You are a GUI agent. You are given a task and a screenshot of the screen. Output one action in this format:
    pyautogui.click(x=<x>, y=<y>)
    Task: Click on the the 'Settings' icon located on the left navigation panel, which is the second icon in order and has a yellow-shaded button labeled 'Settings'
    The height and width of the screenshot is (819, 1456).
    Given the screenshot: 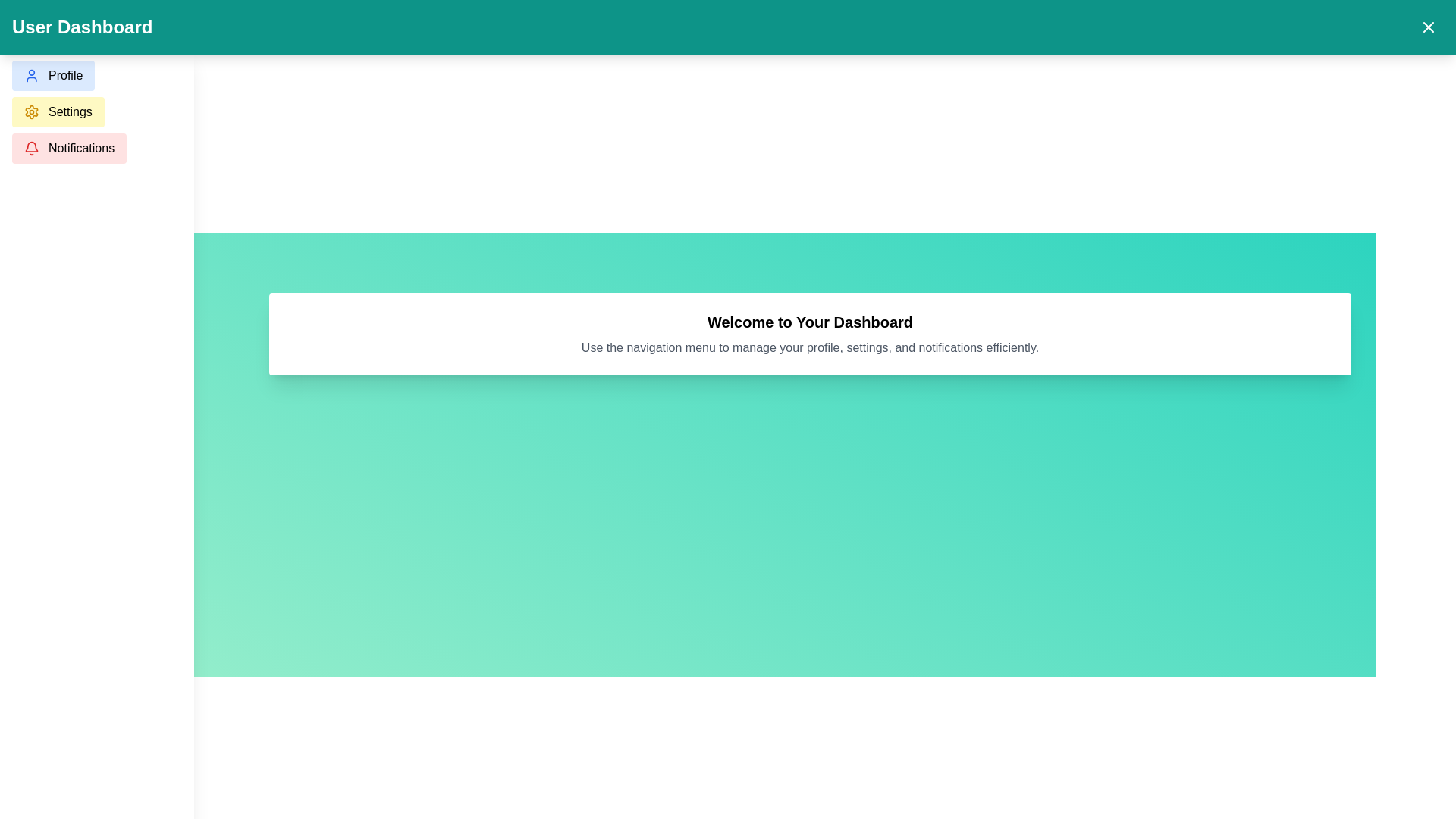 What is the action you would take?
    pyautogui.click(x=32, y=111)
    